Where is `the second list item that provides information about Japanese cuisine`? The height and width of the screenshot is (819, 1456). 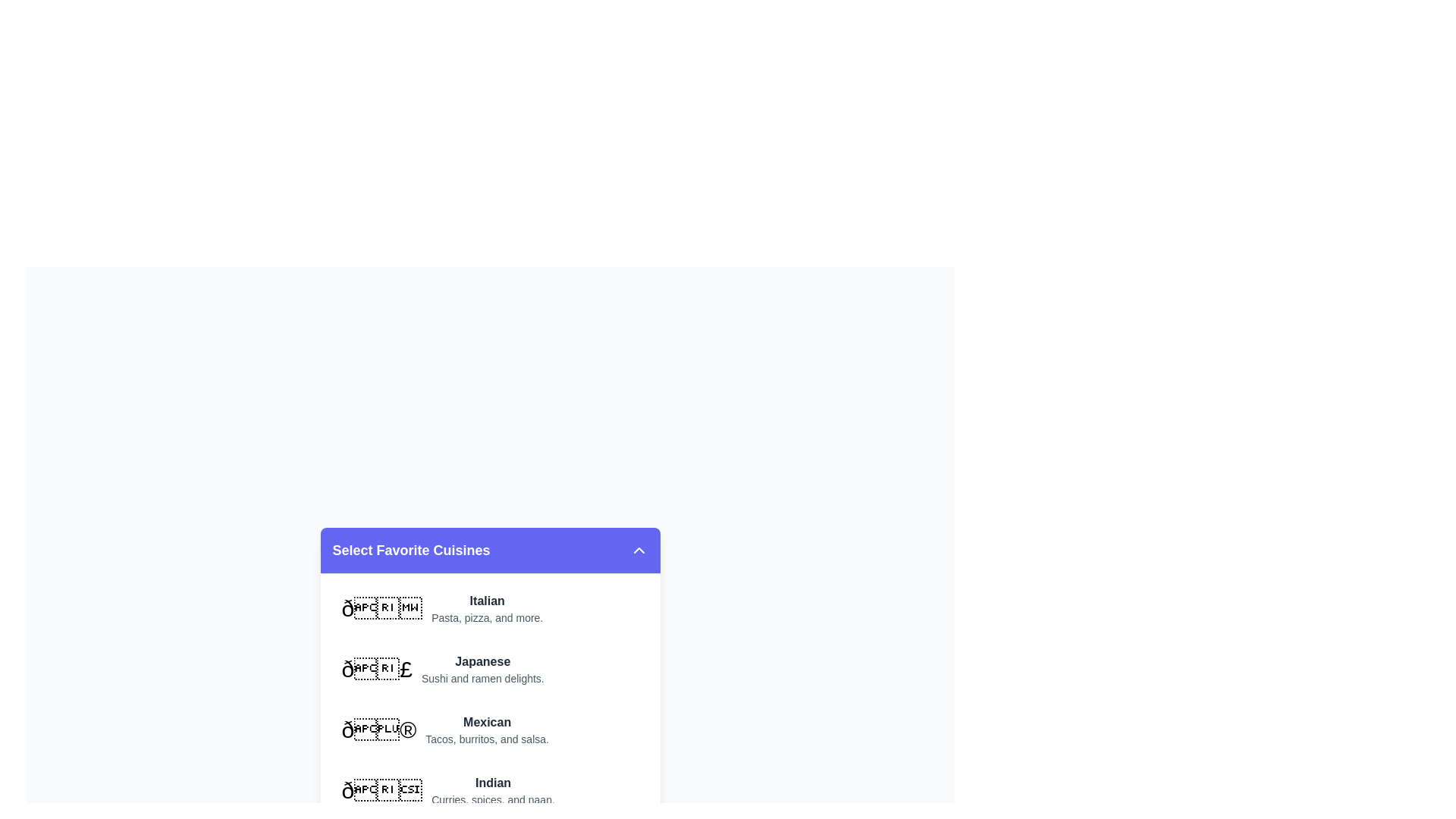
the second list item that provides information about Japanese cuisine is located at coordinates (442, 668).